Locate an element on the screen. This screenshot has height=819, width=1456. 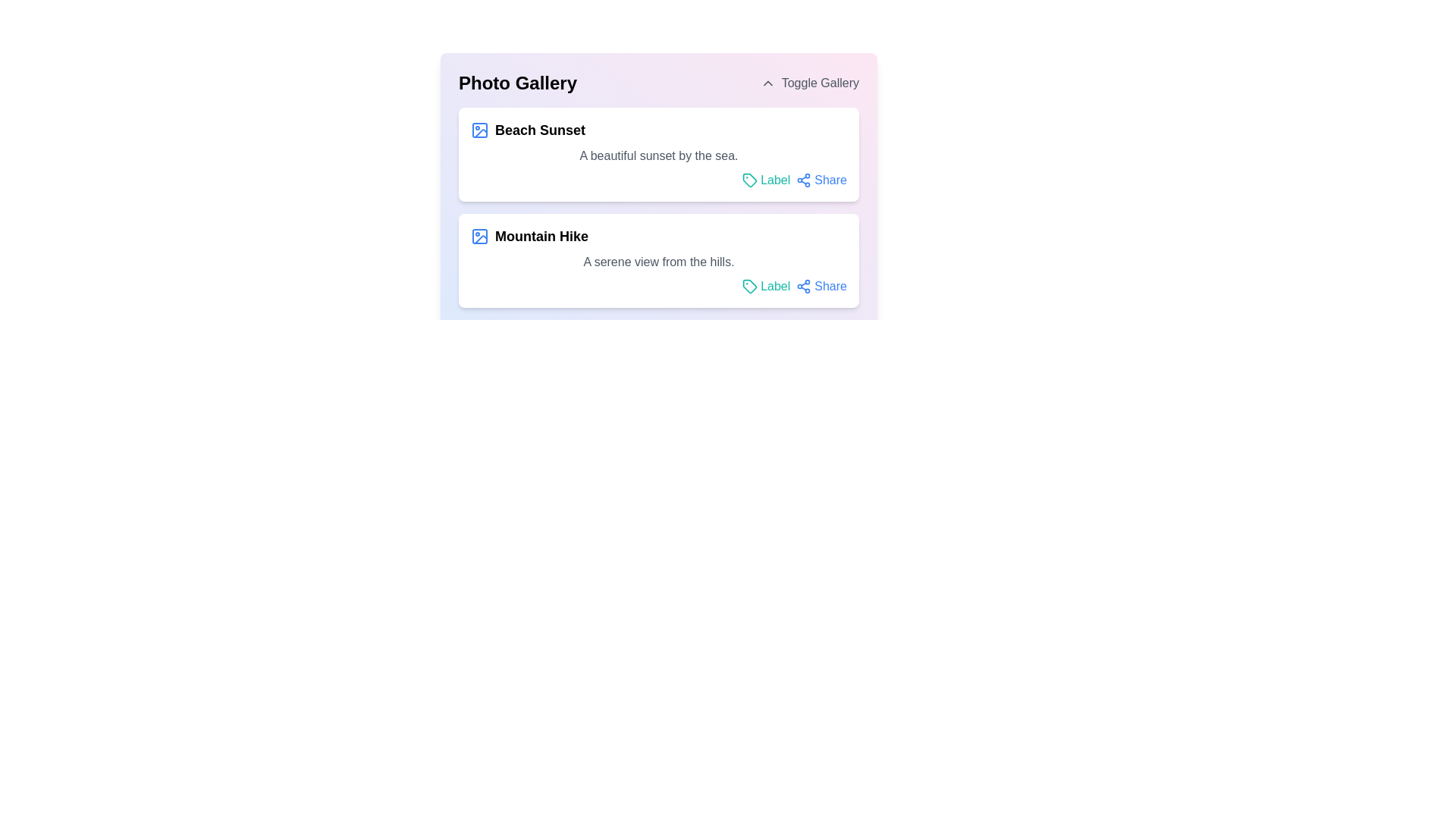
the icon representing the labeling functionality located to the left of the text 'Label' in the top box titled 'Beach Sunset' is located at coordinates (750, 180).